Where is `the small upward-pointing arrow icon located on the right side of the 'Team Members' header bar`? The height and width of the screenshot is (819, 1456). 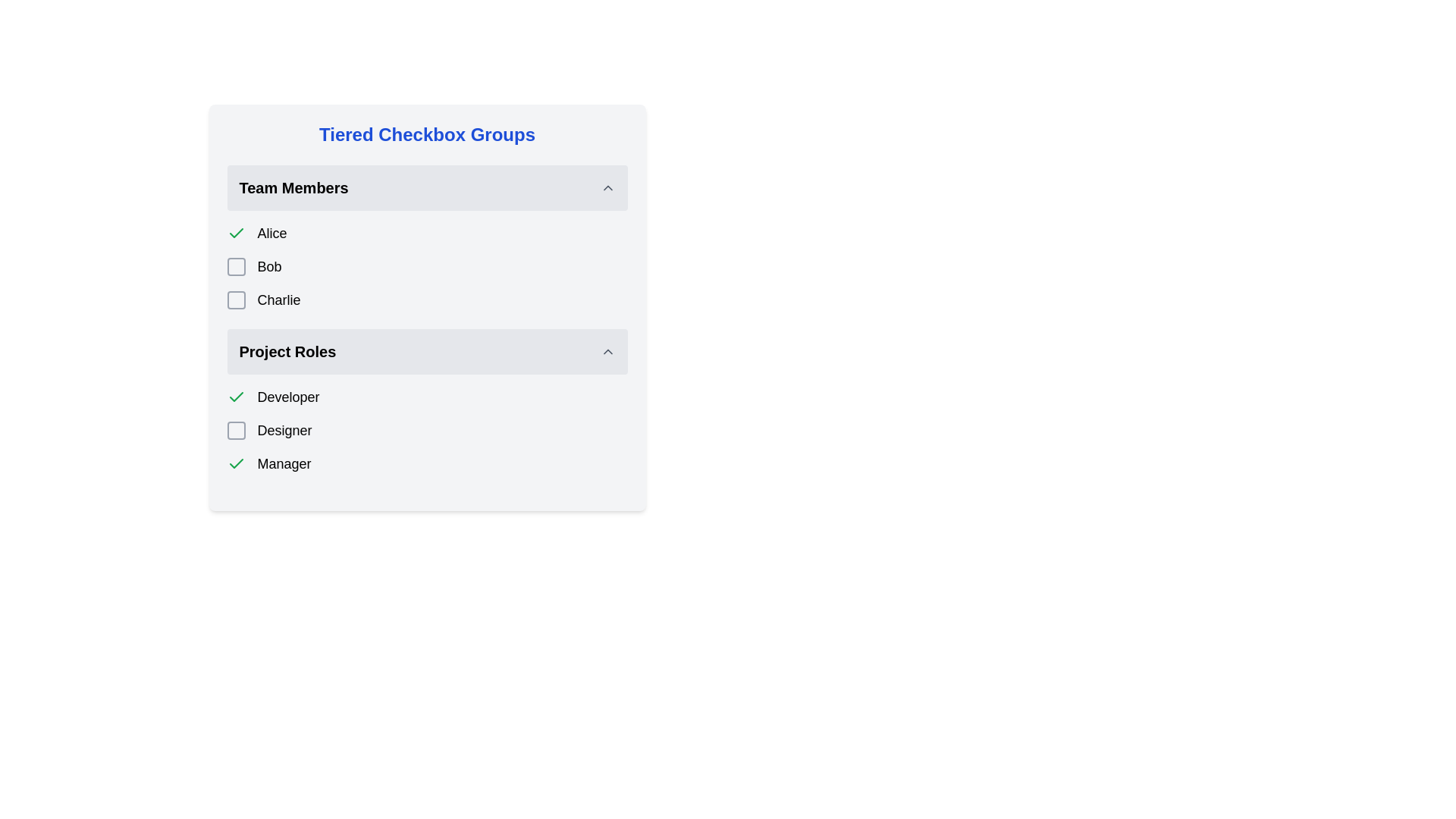 the small upward-pointing arrow icon located on the right side of the 'Team Members' header bar is located at coordinates (607, 187).